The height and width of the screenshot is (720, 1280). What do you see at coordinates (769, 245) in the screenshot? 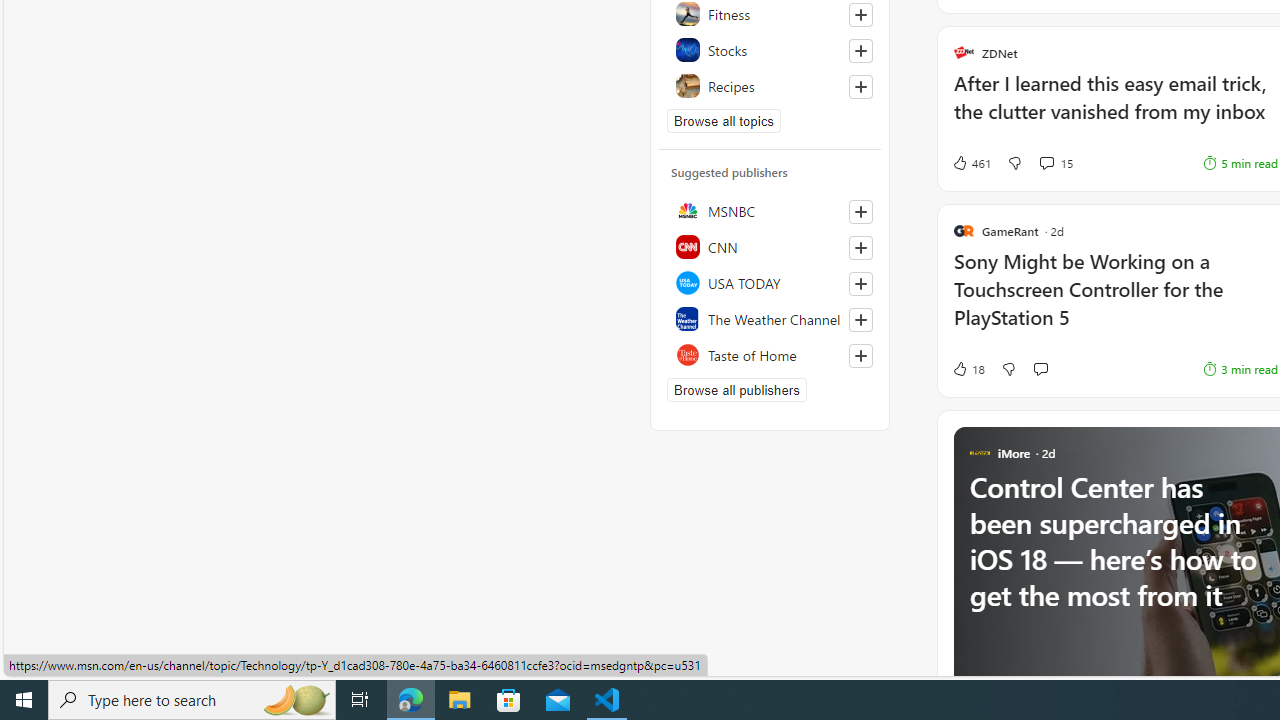
I see `'CNN'` at bounding box center [769, 245].